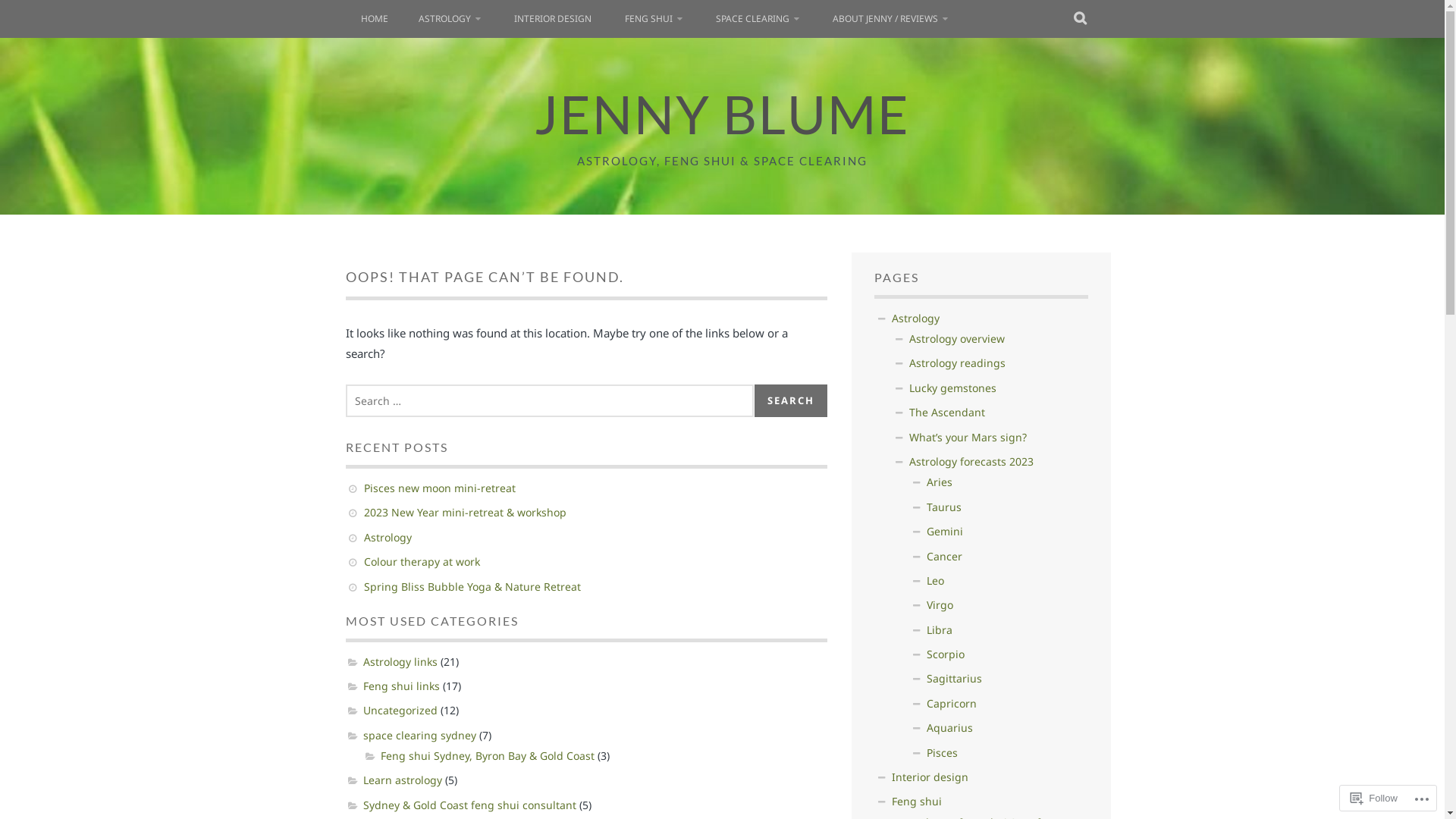  I want to click on 'ABOUT JENNY / REVIEWS', so click(817, 18).